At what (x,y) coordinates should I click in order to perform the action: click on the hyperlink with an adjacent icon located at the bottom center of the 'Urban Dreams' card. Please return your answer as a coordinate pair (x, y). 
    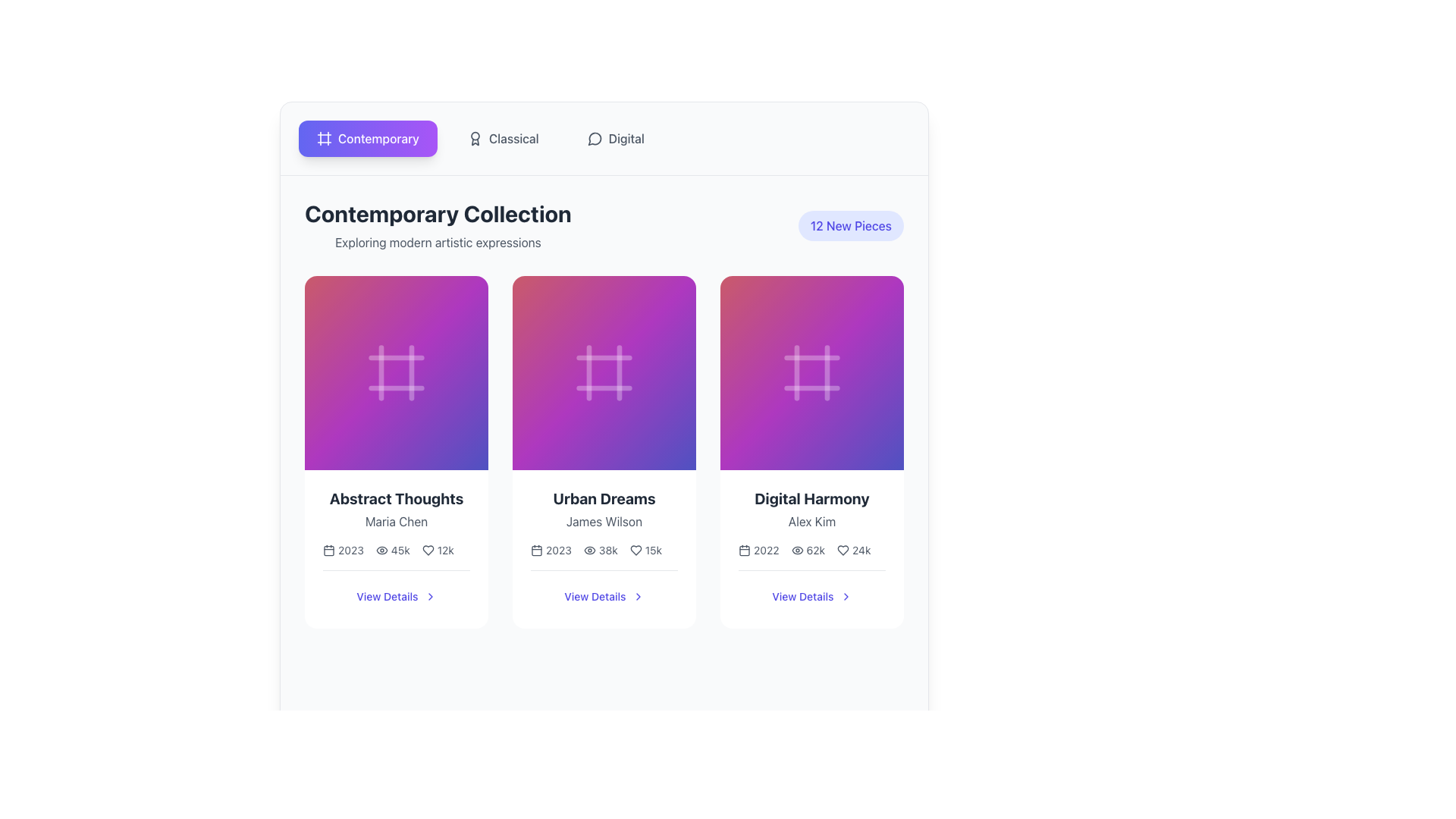
    Looking at the image, I should click on (603, 595).